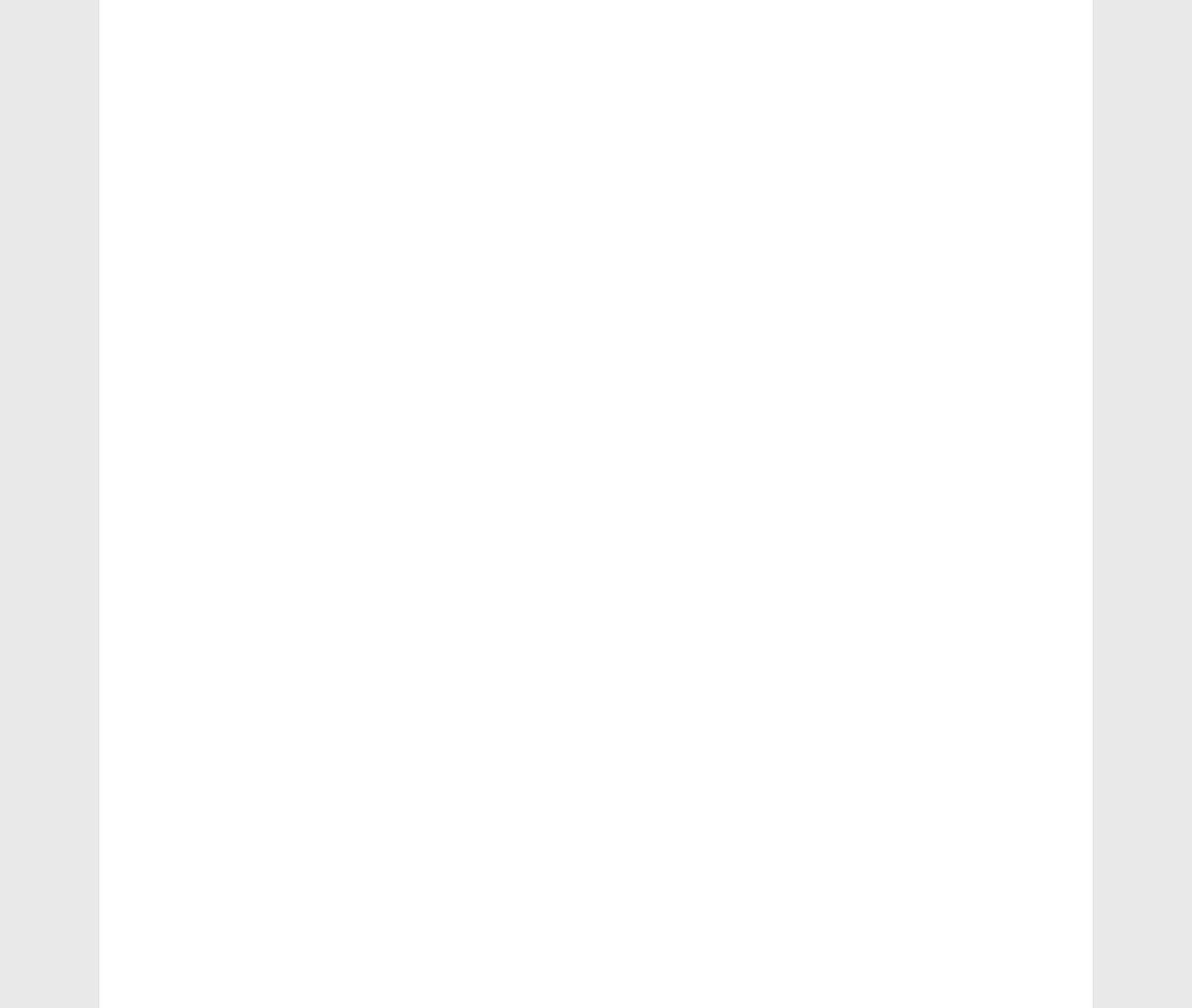 The width and height of the screenshot is (1192, 1008). What do you see at coordinates (881, 199) in the screenshot?
I see `'zigopay'` at bounding box center [881, 199].